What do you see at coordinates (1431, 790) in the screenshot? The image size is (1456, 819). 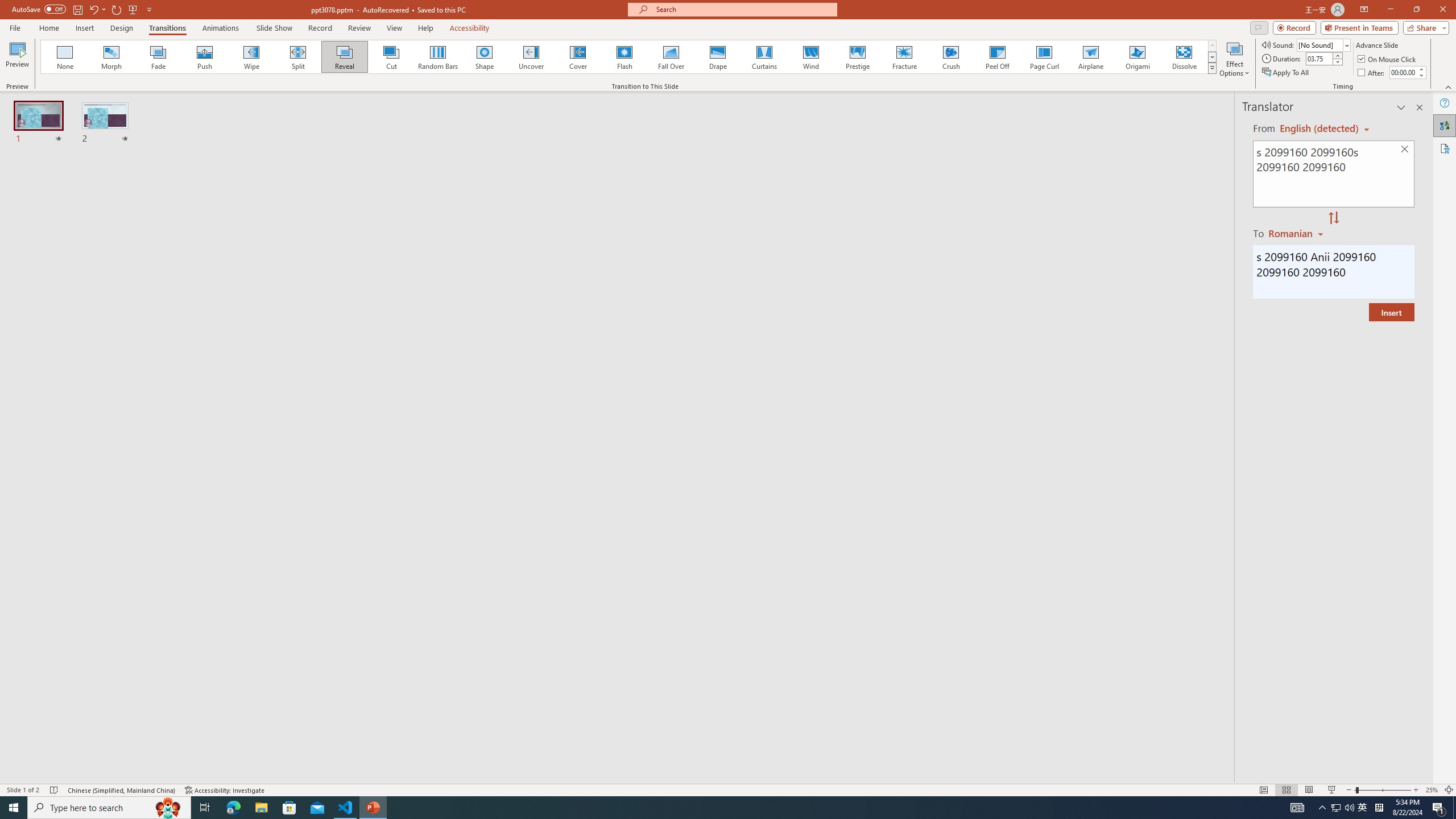 I see `'Zoom 25%'` at bounding box center [1431, 790].